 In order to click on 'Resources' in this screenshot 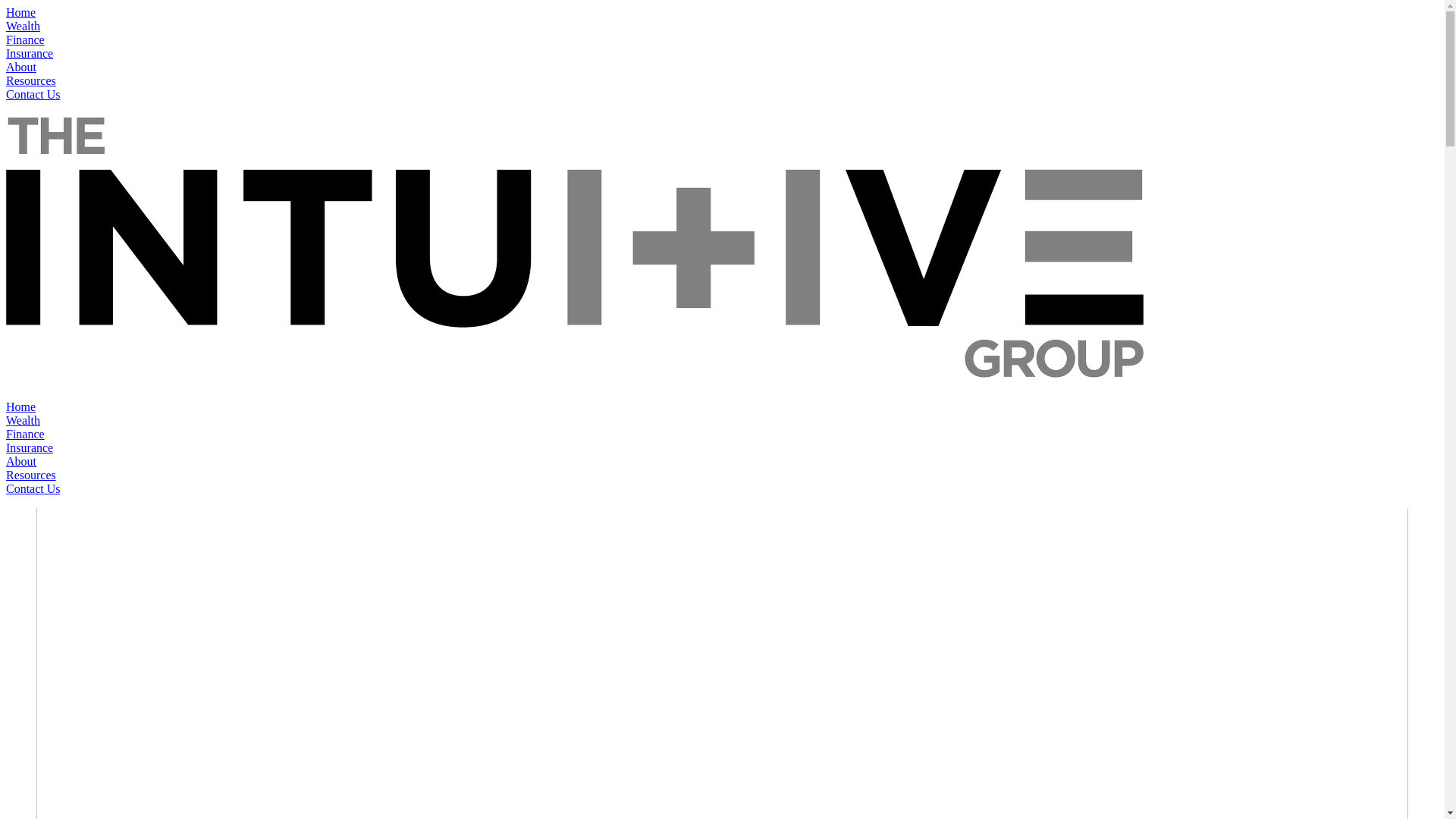, I will do `click(31, 474)`.